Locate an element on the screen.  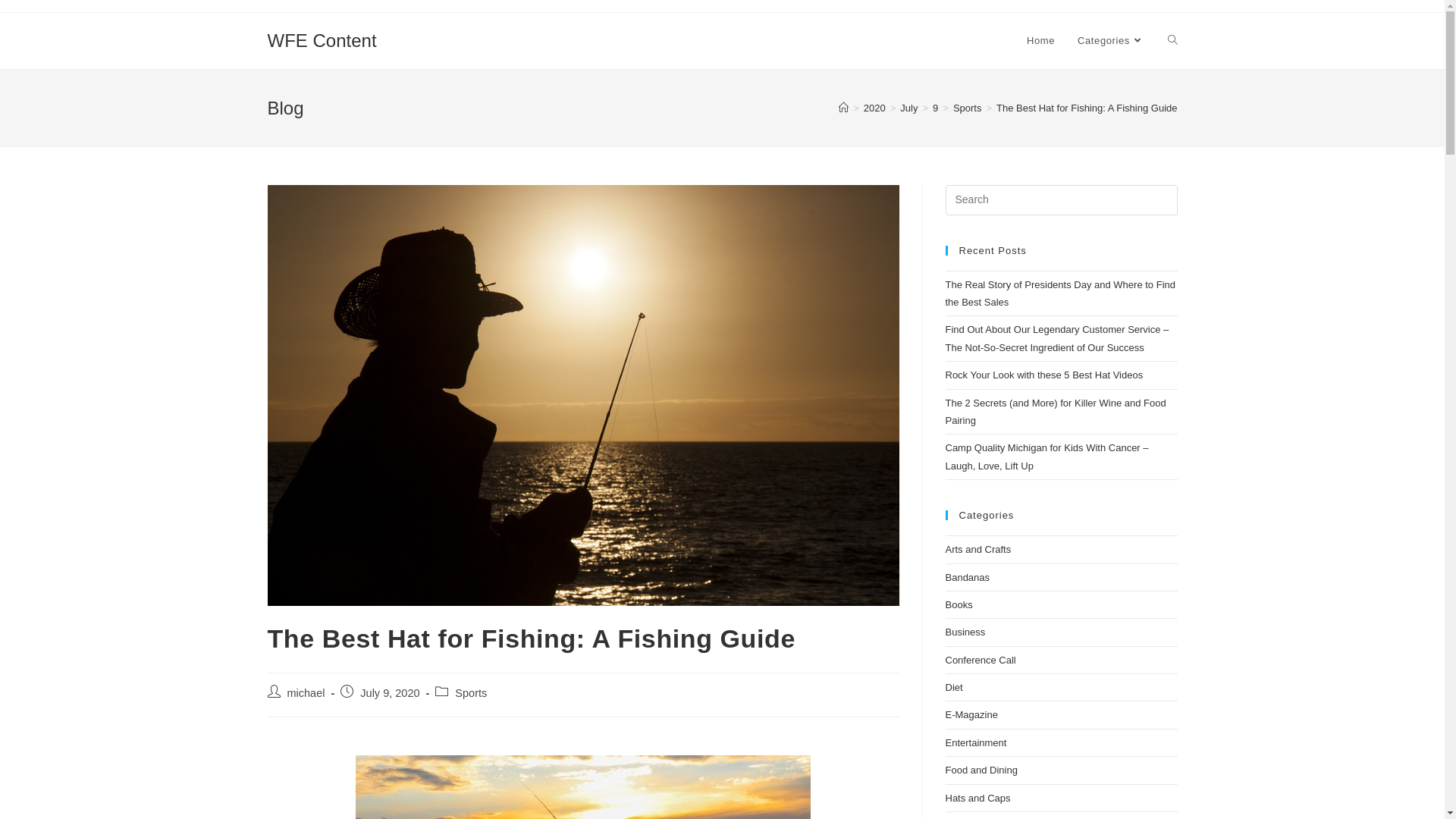
'Food and Dining' is located at coordinates (981, 770).